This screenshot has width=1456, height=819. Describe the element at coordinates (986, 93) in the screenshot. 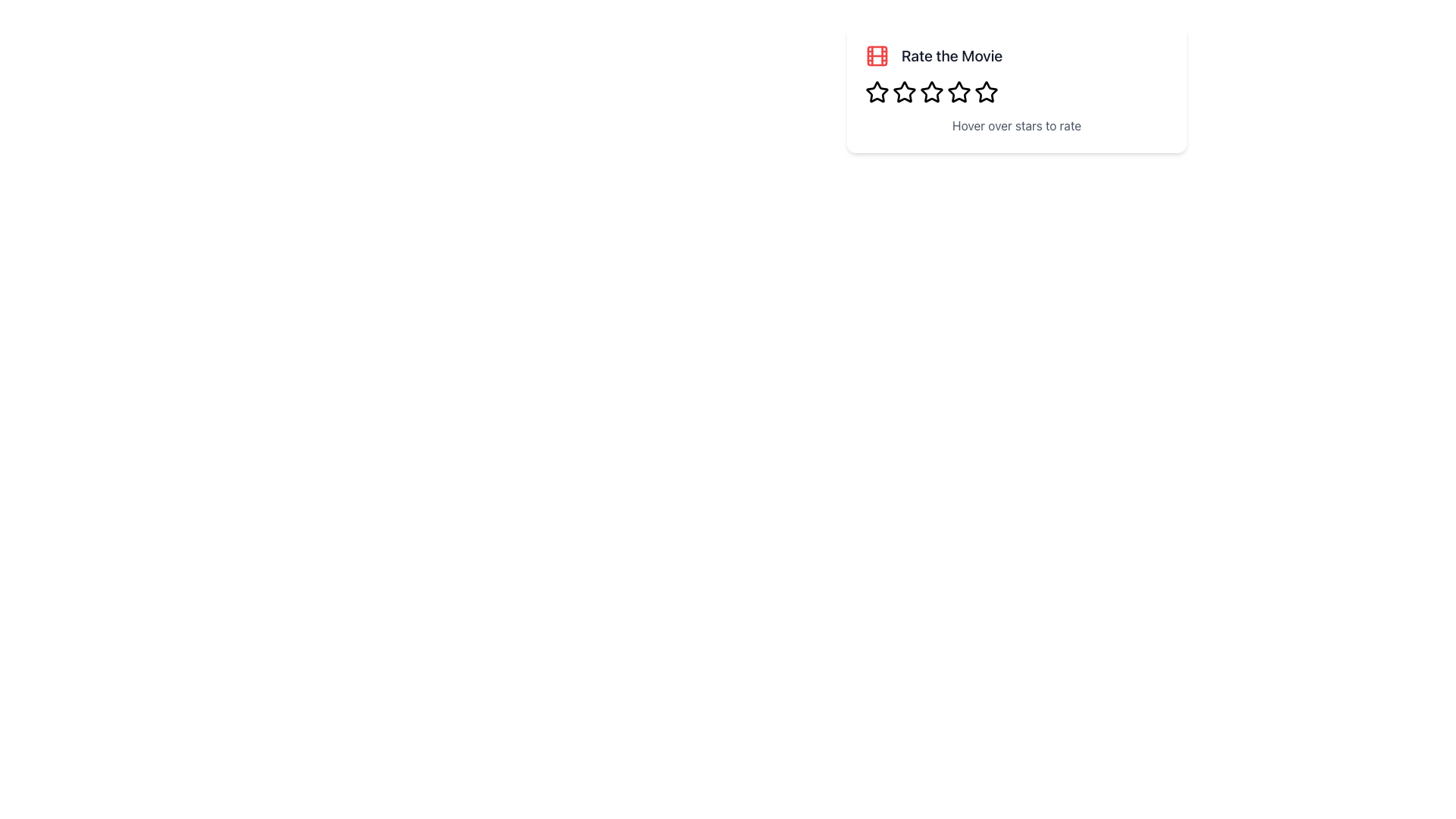

I see `the fifth hollow star icon in the rating mechanism located beneath the 'Rate the Movie' title and above the 'Hover over stars to rate' instruction` at that location.